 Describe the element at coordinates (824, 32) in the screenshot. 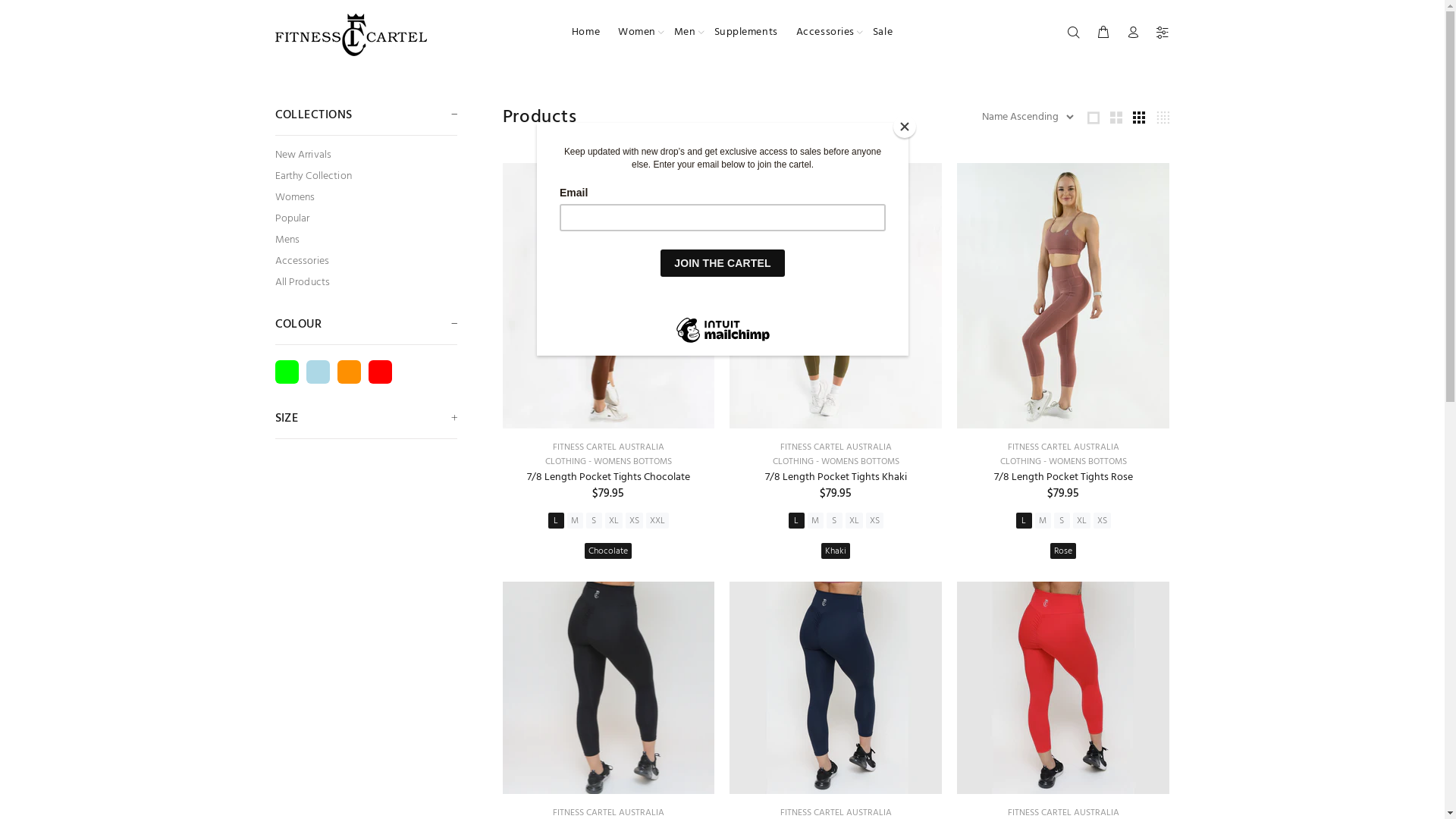

I see `'Accessories'` at that location.